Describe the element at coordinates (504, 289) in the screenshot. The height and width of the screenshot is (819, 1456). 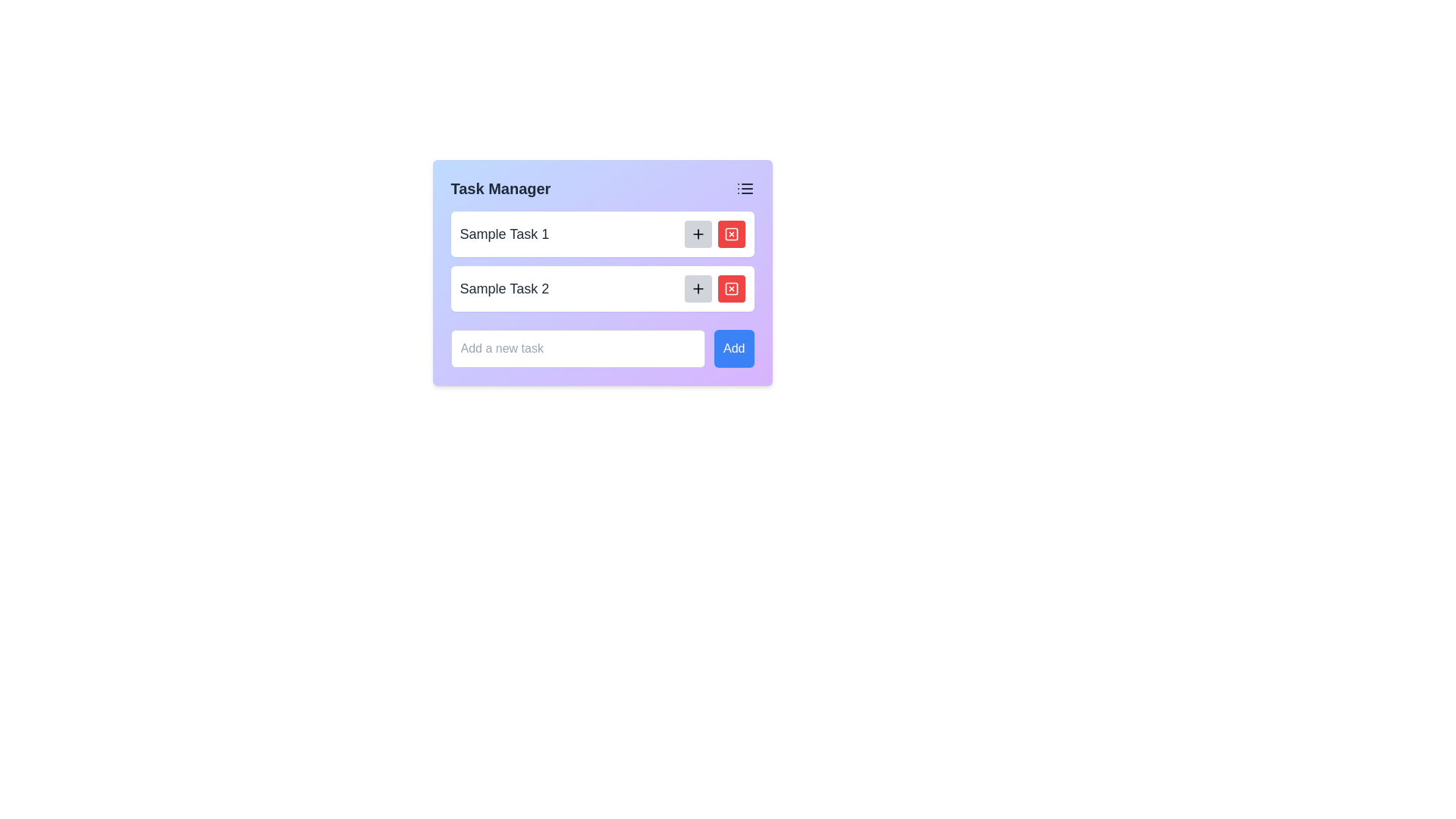
I see `the static text label representing 'Sample Task 2' in the task management interface` at that location.